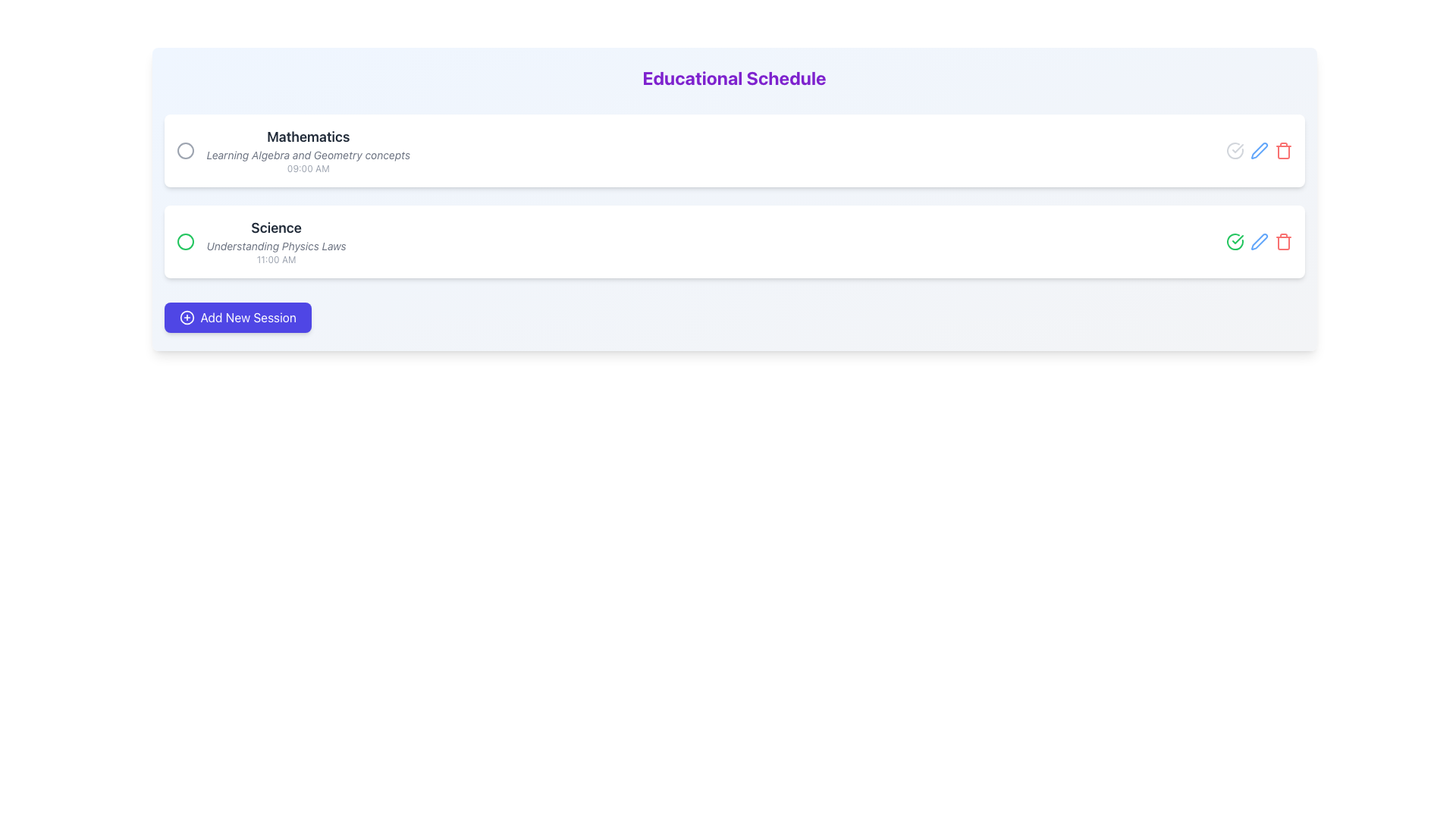 The image size is (1456, 819). I want to click on the edit icon located in the second row of the interactive list of scheduled sessions to initiate editing actions for the corresponding session, so click(1259, 240).